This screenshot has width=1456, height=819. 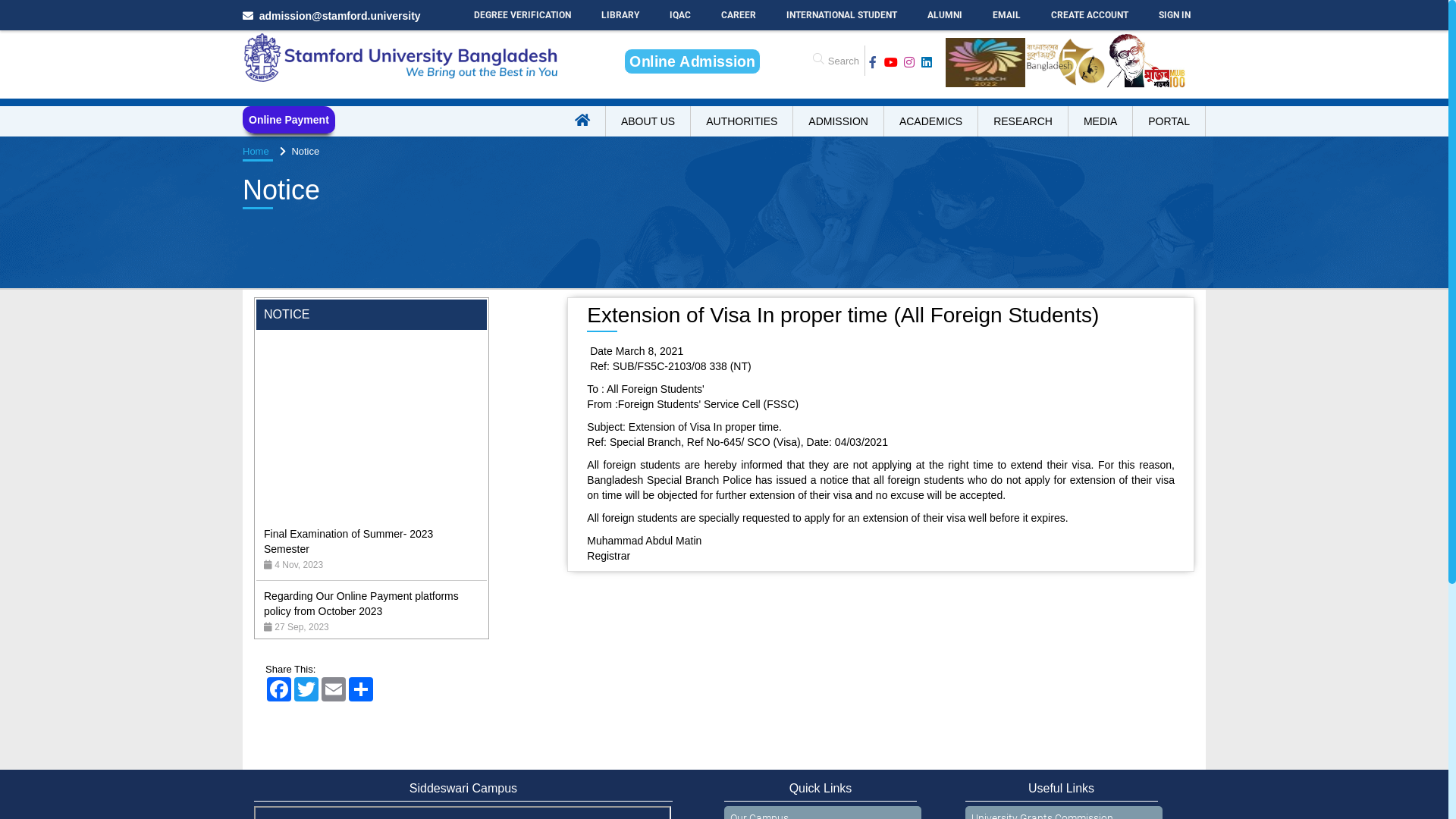 I want to click on 'ACADEMICS', so click(x=930, y=120).